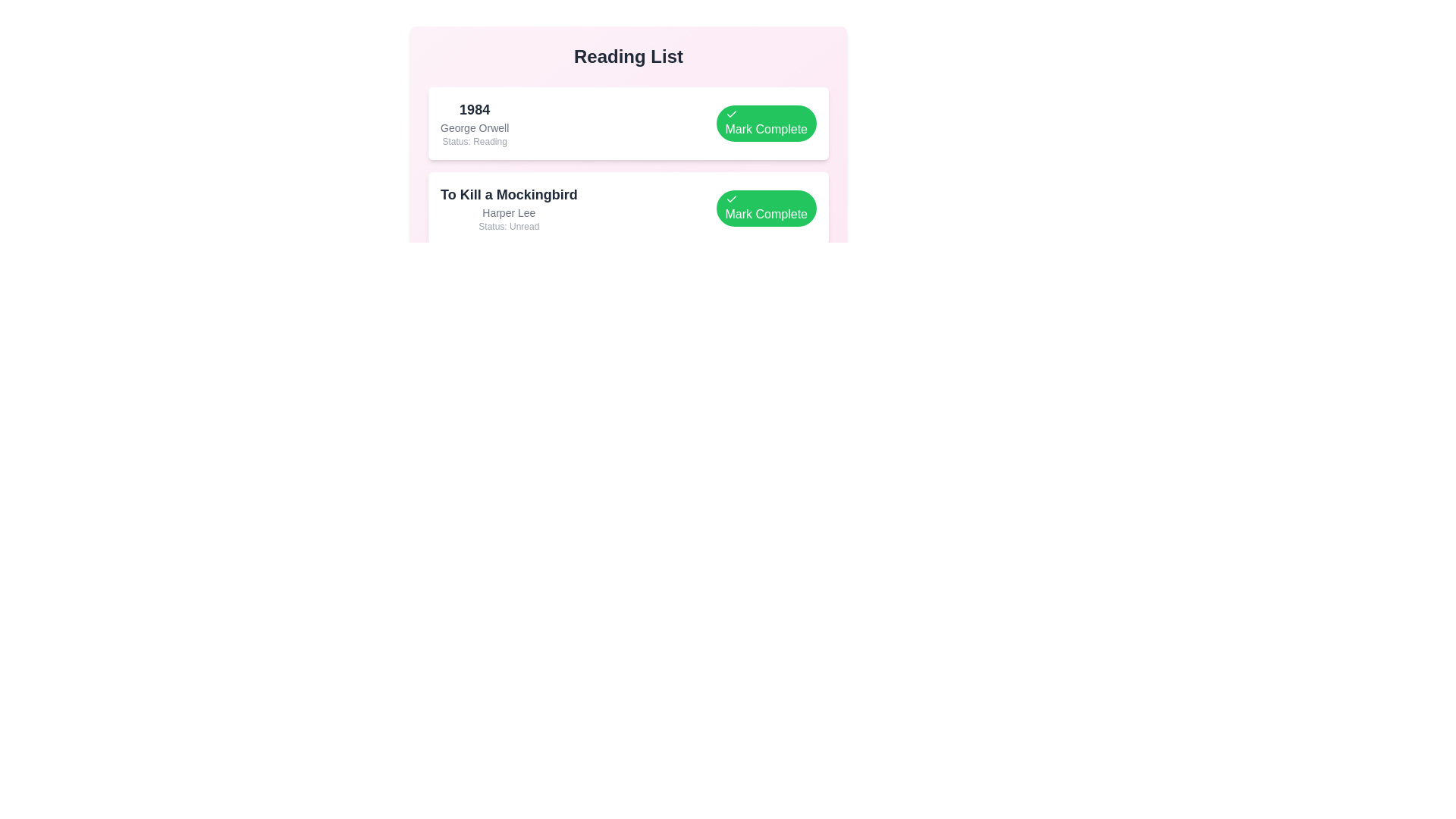  What do you see at coordinates (766, 122) in the screenshot?
I see `'Mark Complete' button for the book titled '1984'` at bounding box center [766, 122].